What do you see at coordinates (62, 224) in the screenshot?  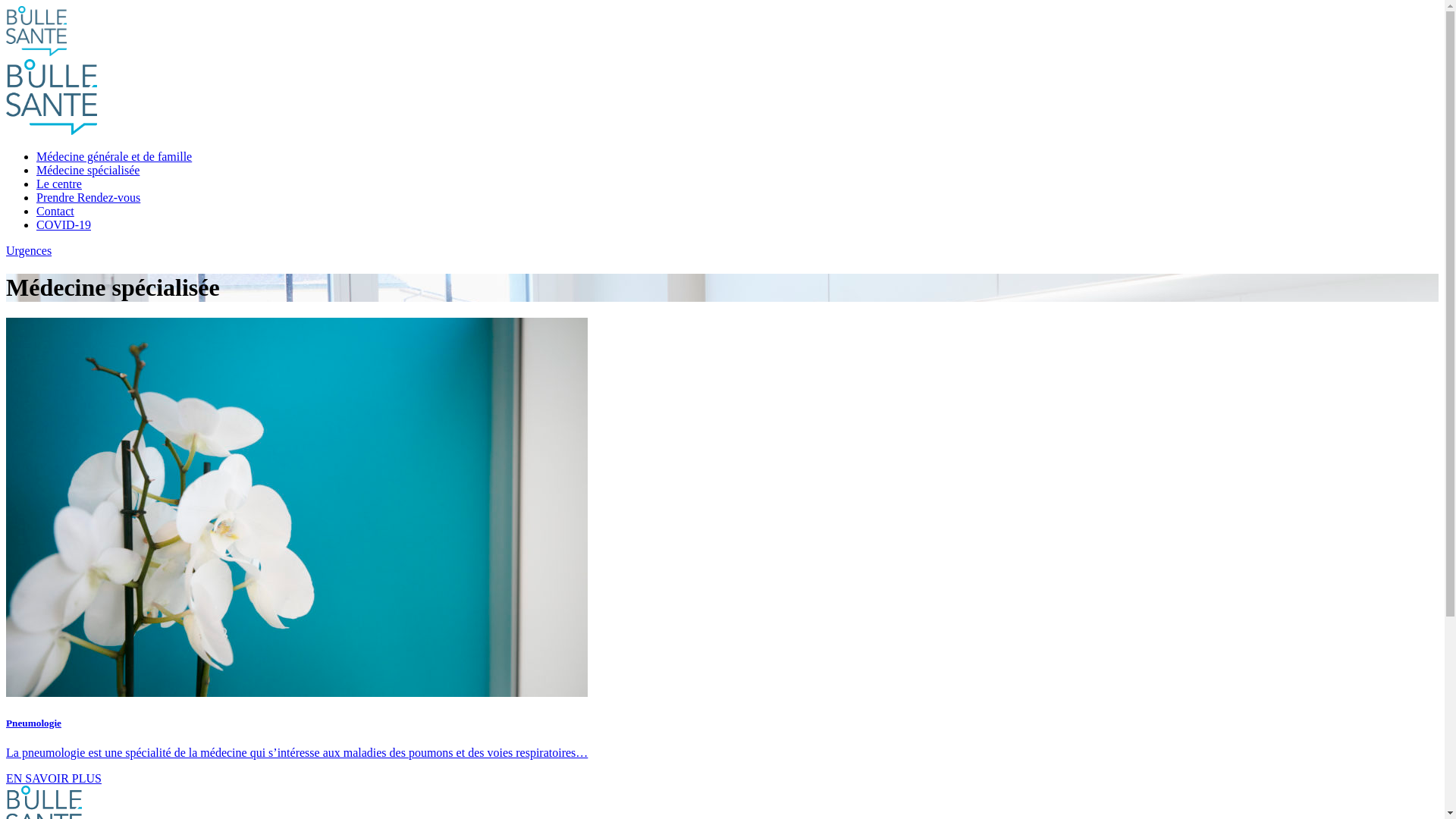 I see `'COVID-19'` at bounding box center [62, 224].